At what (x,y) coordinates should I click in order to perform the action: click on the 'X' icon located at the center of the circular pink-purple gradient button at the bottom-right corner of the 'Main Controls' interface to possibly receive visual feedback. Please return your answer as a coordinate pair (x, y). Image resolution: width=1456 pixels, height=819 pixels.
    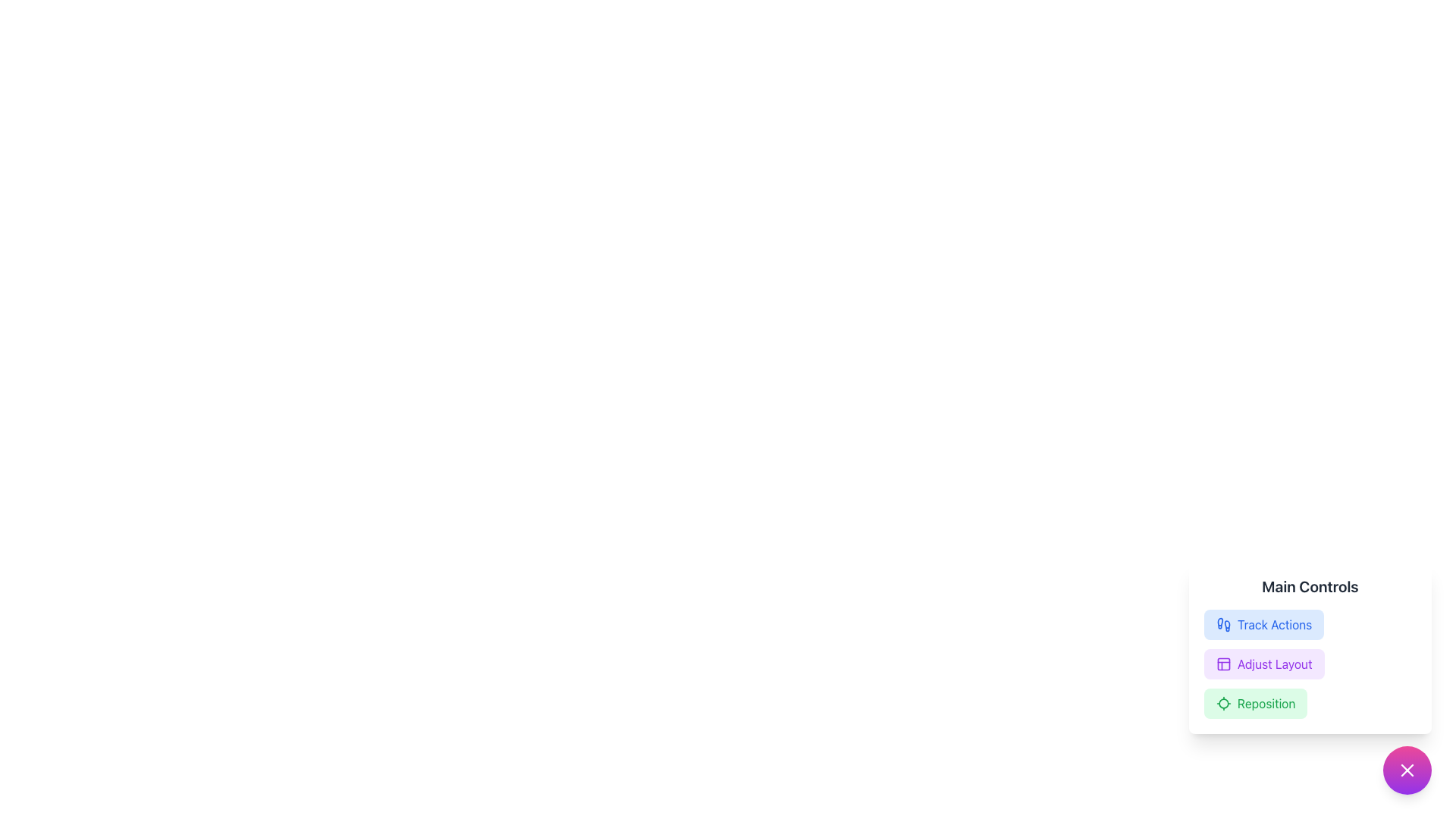
    Looking at the image, I should click on (1407, 770).